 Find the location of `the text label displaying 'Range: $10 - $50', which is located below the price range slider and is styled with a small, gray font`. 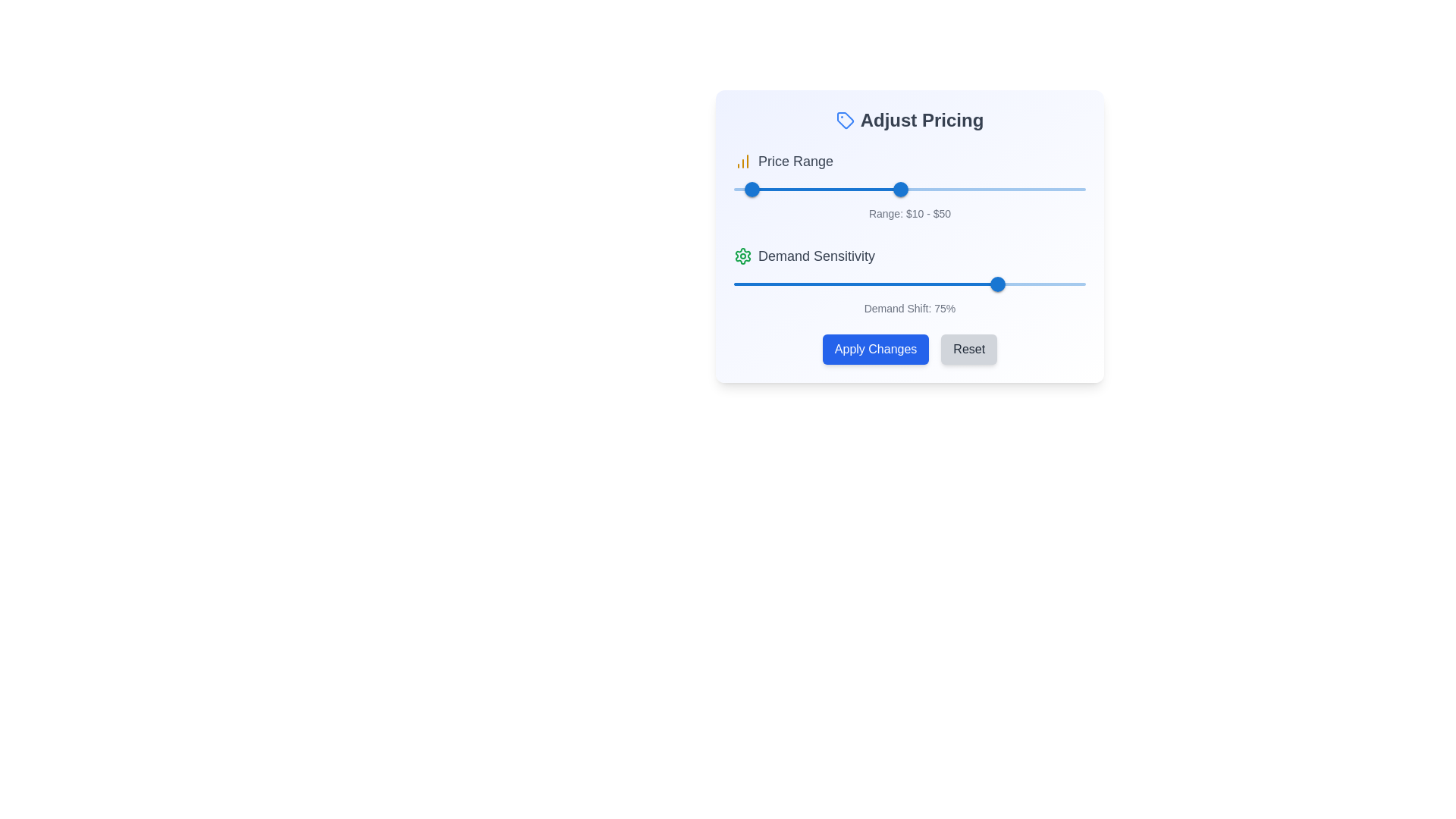

the text label displaying 'Range: $10 - $50', which is located below the price range slider and is styled with a small, gray font is located at coordinates (910, 213).